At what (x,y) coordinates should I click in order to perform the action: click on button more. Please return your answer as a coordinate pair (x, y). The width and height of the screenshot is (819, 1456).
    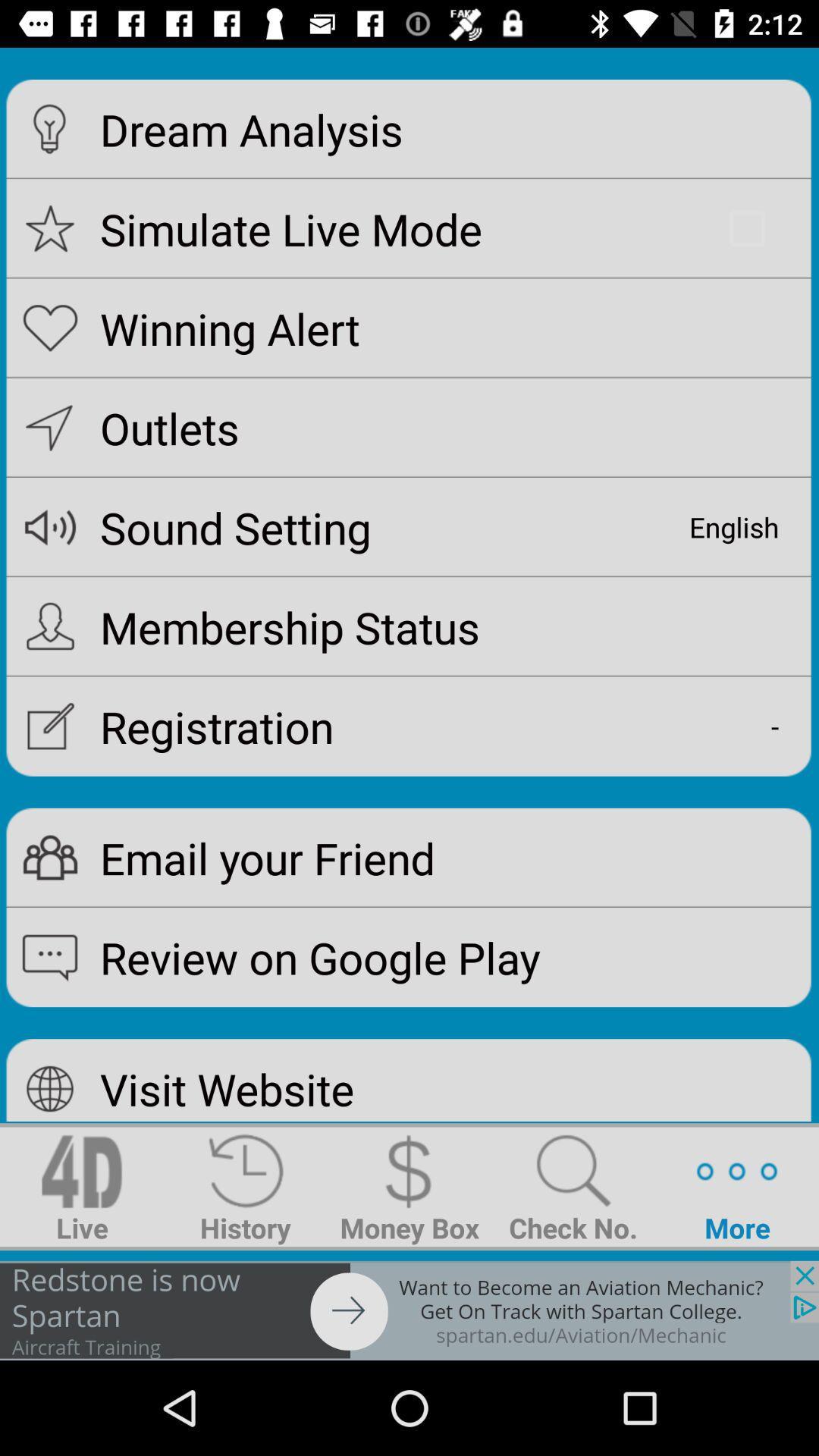
    Looking at the image, I should click on (736, 1186).